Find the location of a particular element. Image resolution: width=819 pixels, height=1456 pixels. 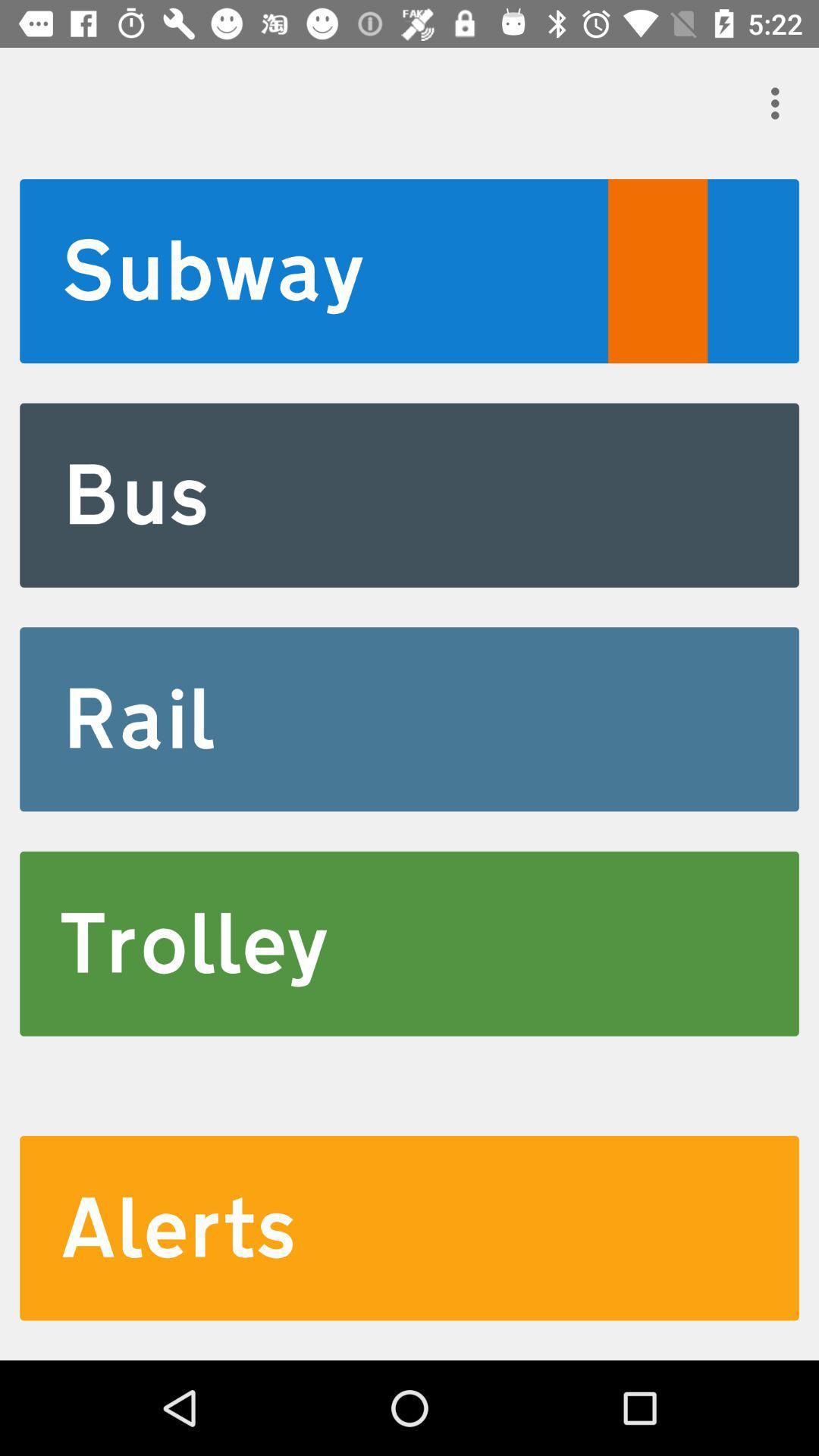

the alerts is located at coordinates (409, 1228).